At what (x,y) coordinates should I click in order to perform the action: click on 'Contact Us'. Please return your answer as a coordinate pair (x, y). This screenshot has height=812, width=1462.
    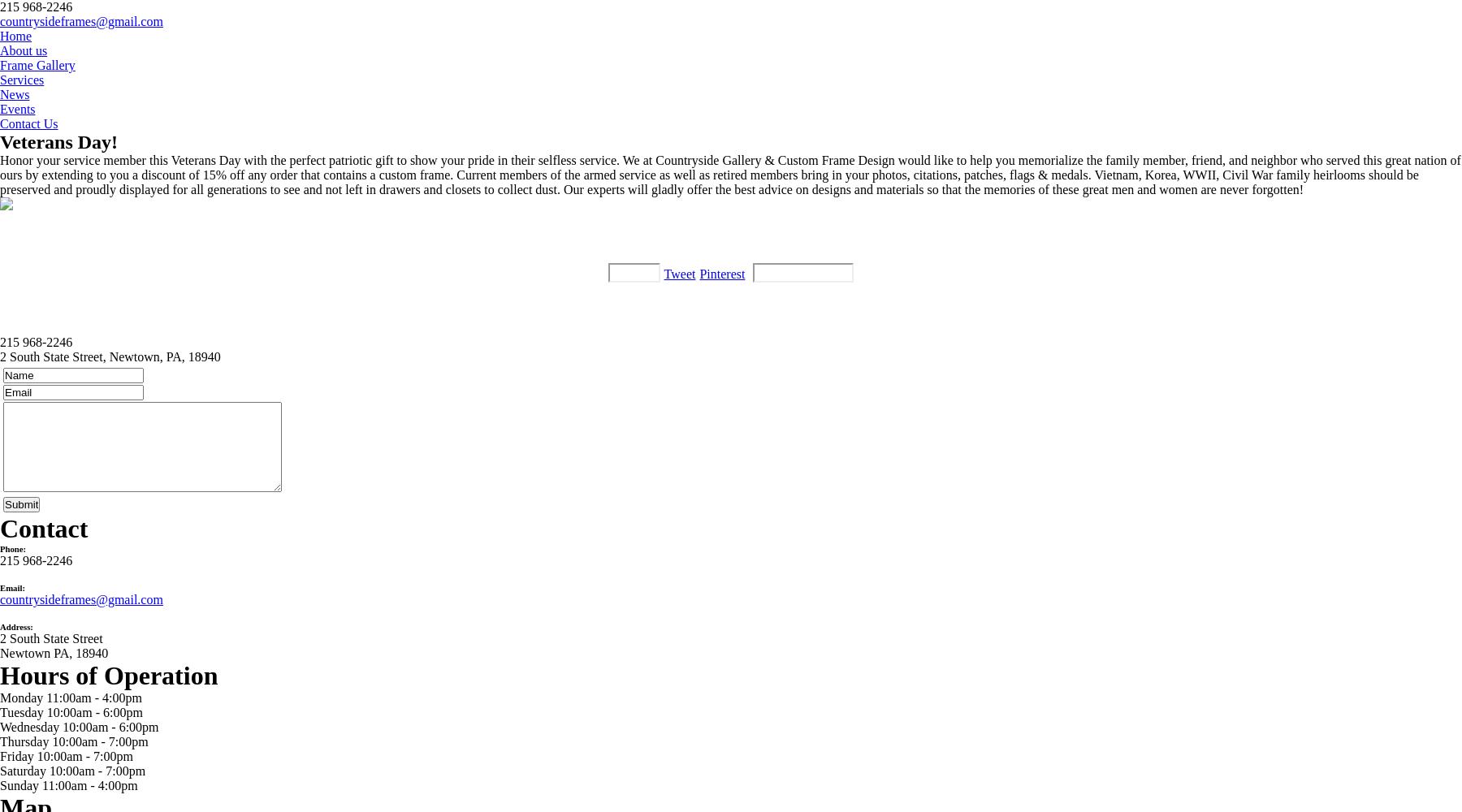
    Looking at the image, I should click on (28, 123).